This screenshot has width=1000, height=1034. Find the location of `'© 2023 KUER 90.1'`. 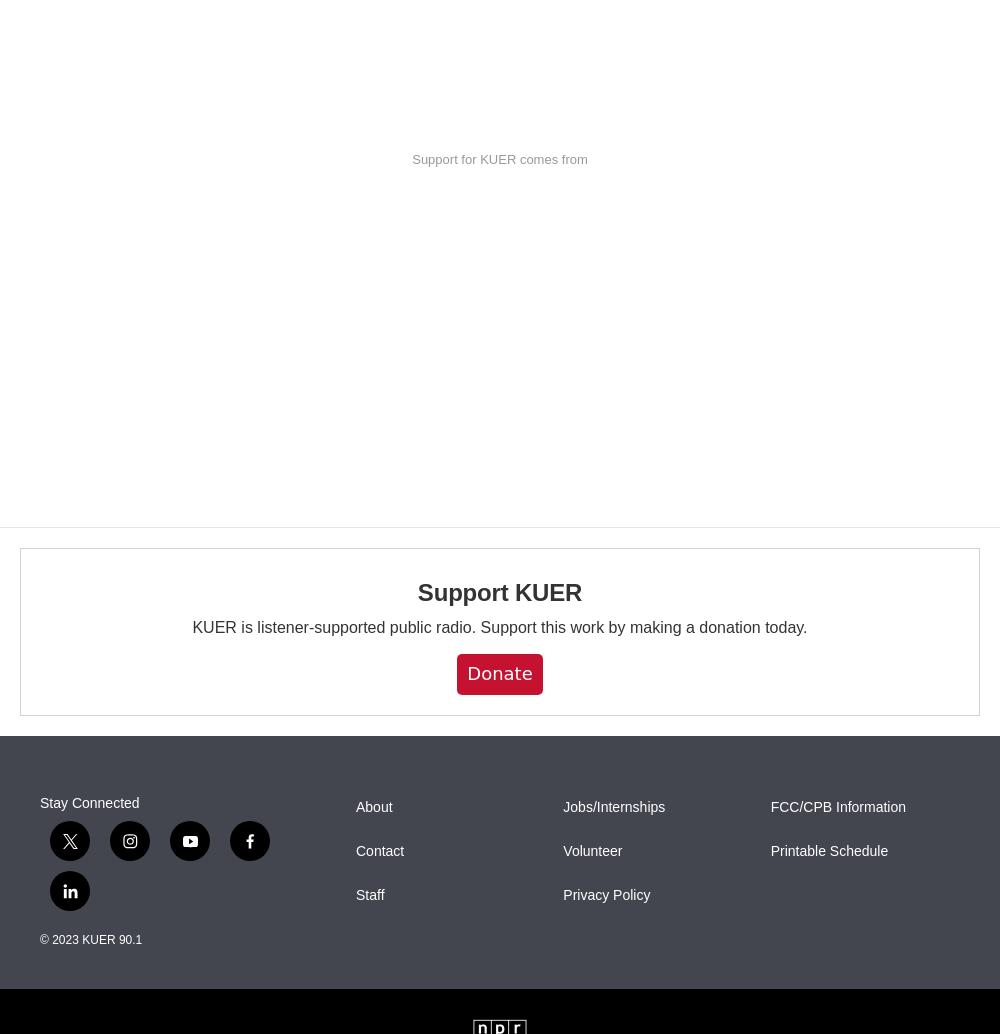

'© 2023 KUER 90.1' is located at coordinates (90, 939).